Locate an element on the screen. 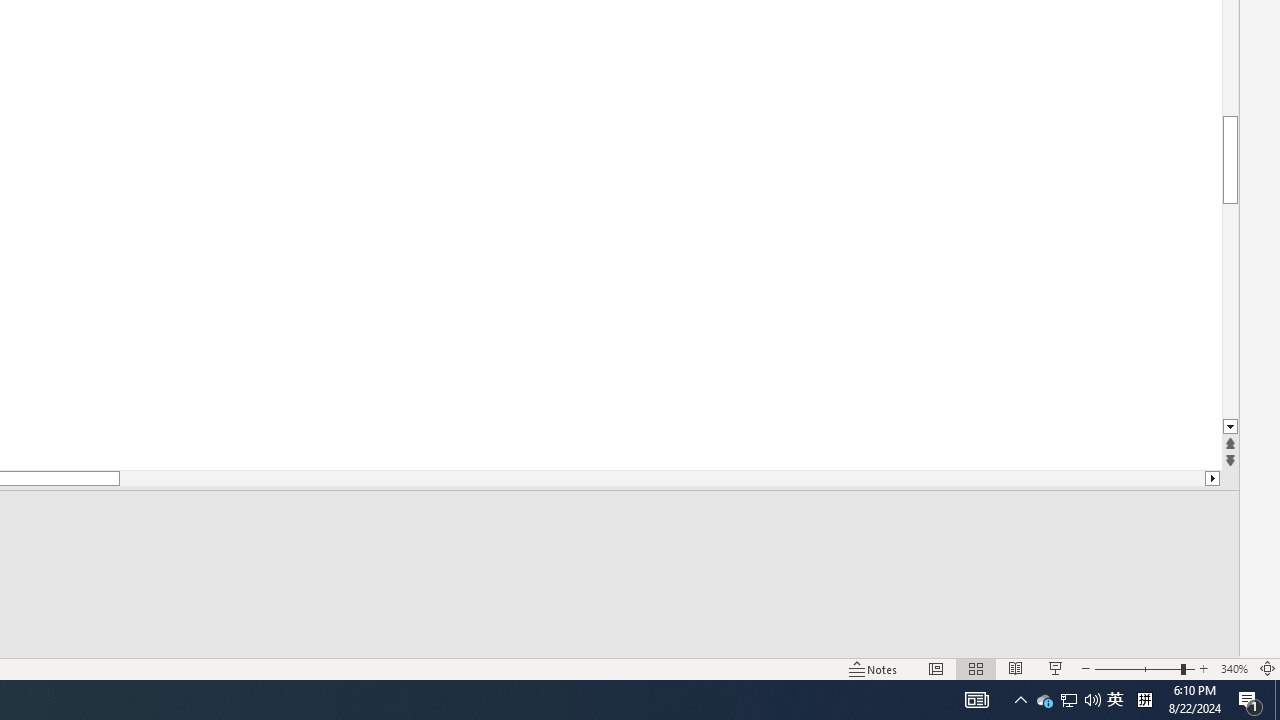 The height and width of the screenshot is (720, 1280). 'Slide Show' is located at coordinates (1055, 669).